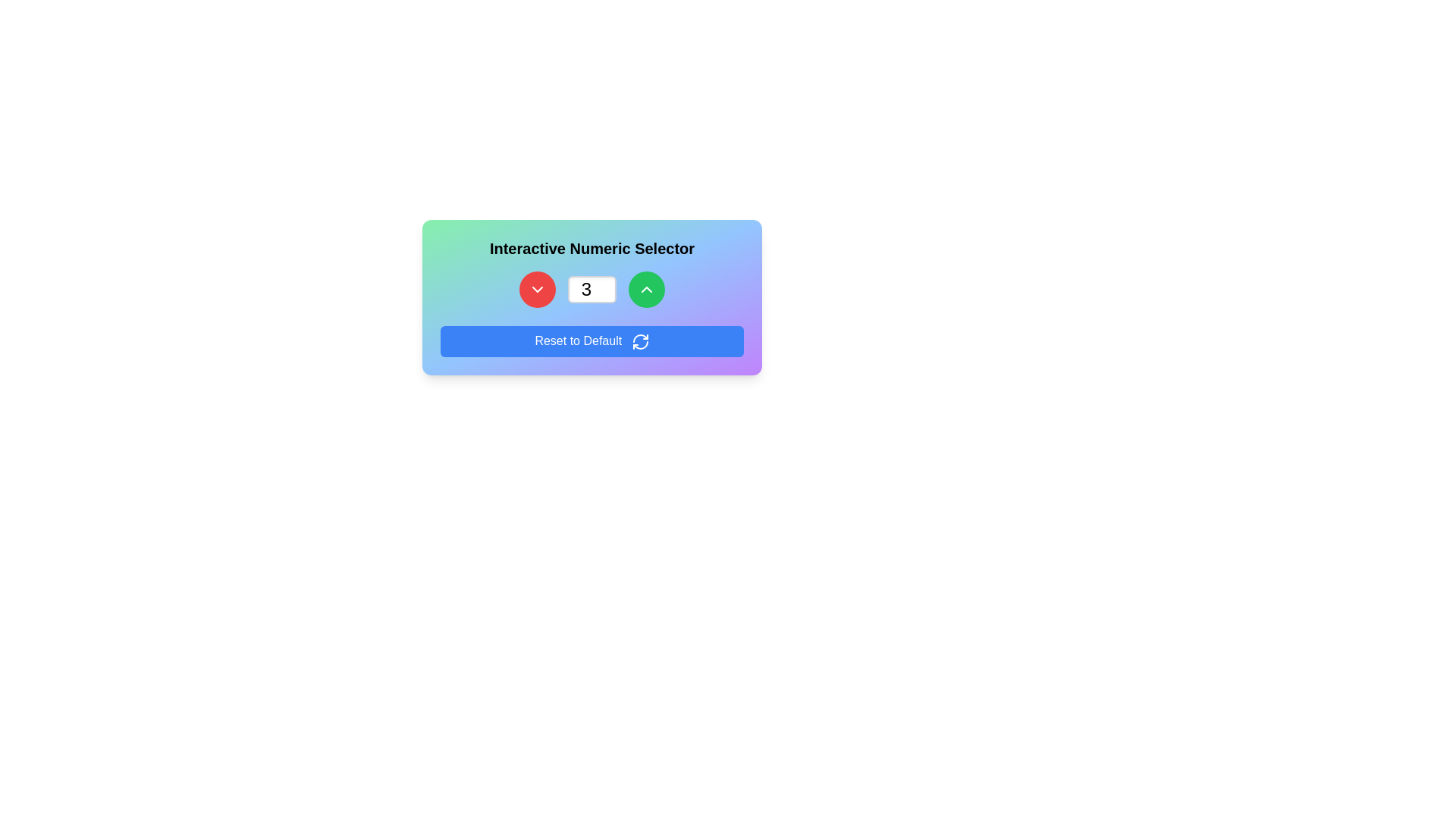  I want to click on the rectangular button with rounded corners that has a blue background and white text reading 'Reset to Default' to trigger its hover state, so click(591, 341).